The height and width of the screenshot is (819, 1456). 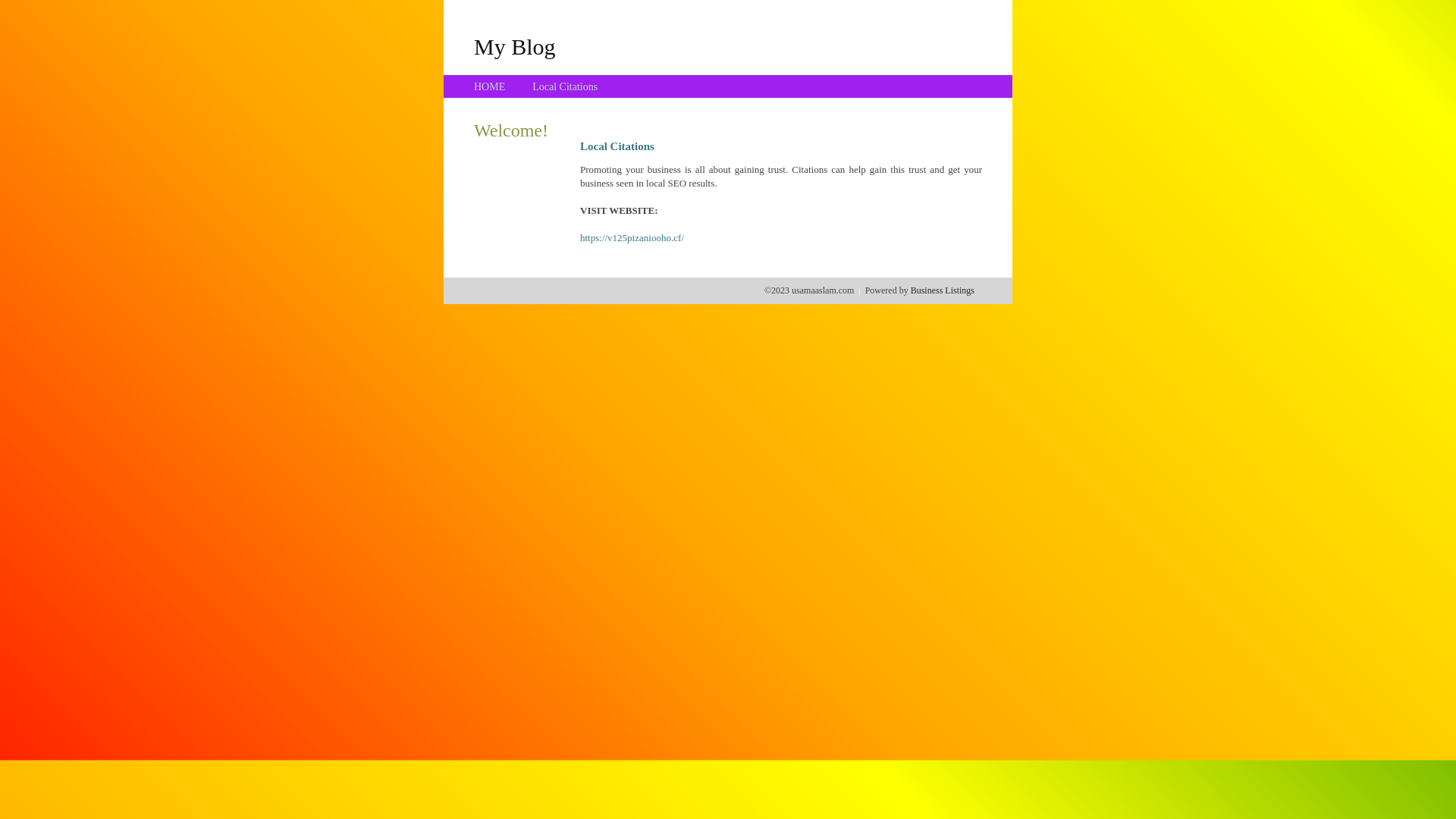 I want to click on 'HOME', so click(x=489, y=86).